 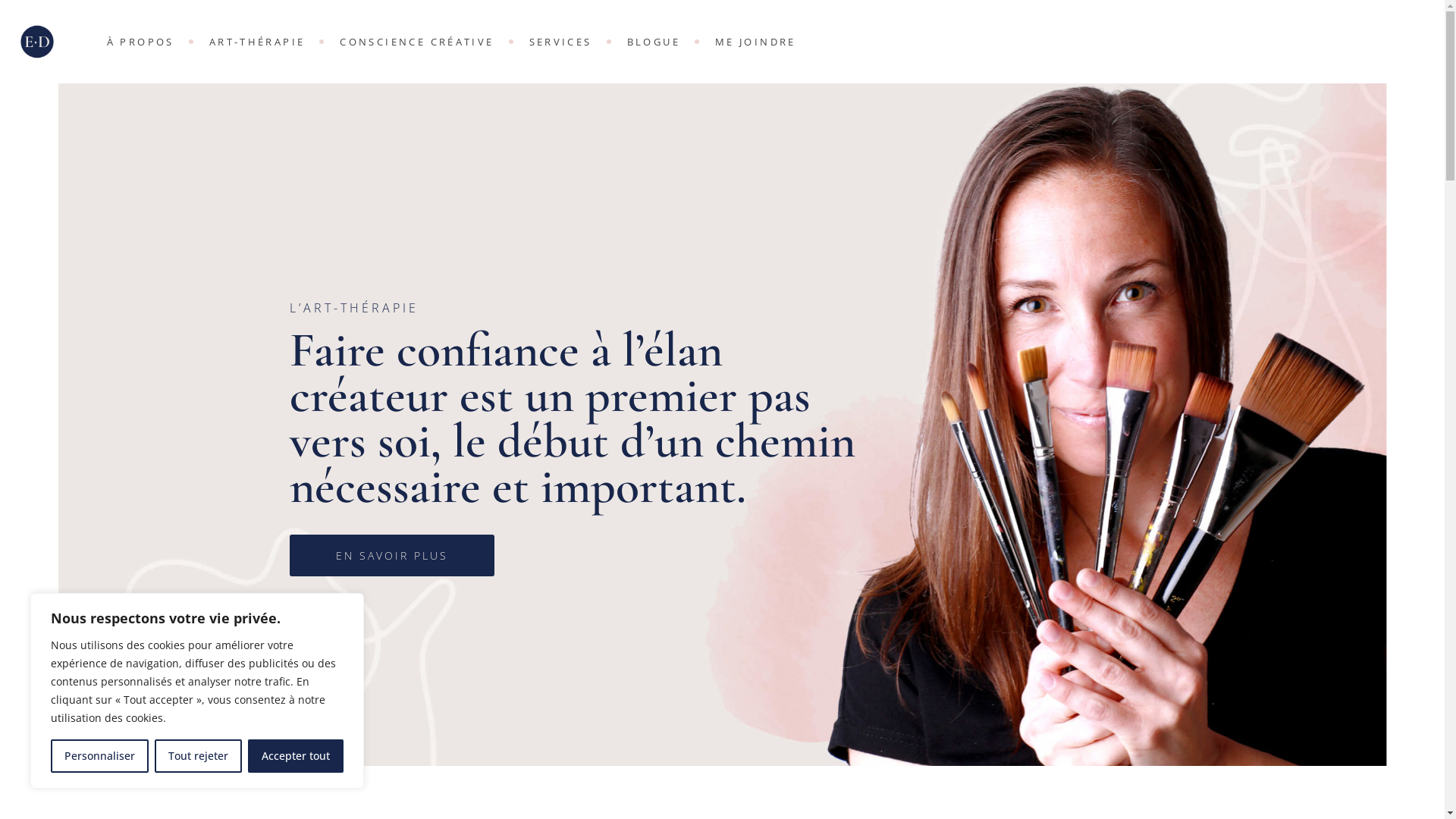 I want to click on 'ME JOINDRE', so click(x=755, y=40).